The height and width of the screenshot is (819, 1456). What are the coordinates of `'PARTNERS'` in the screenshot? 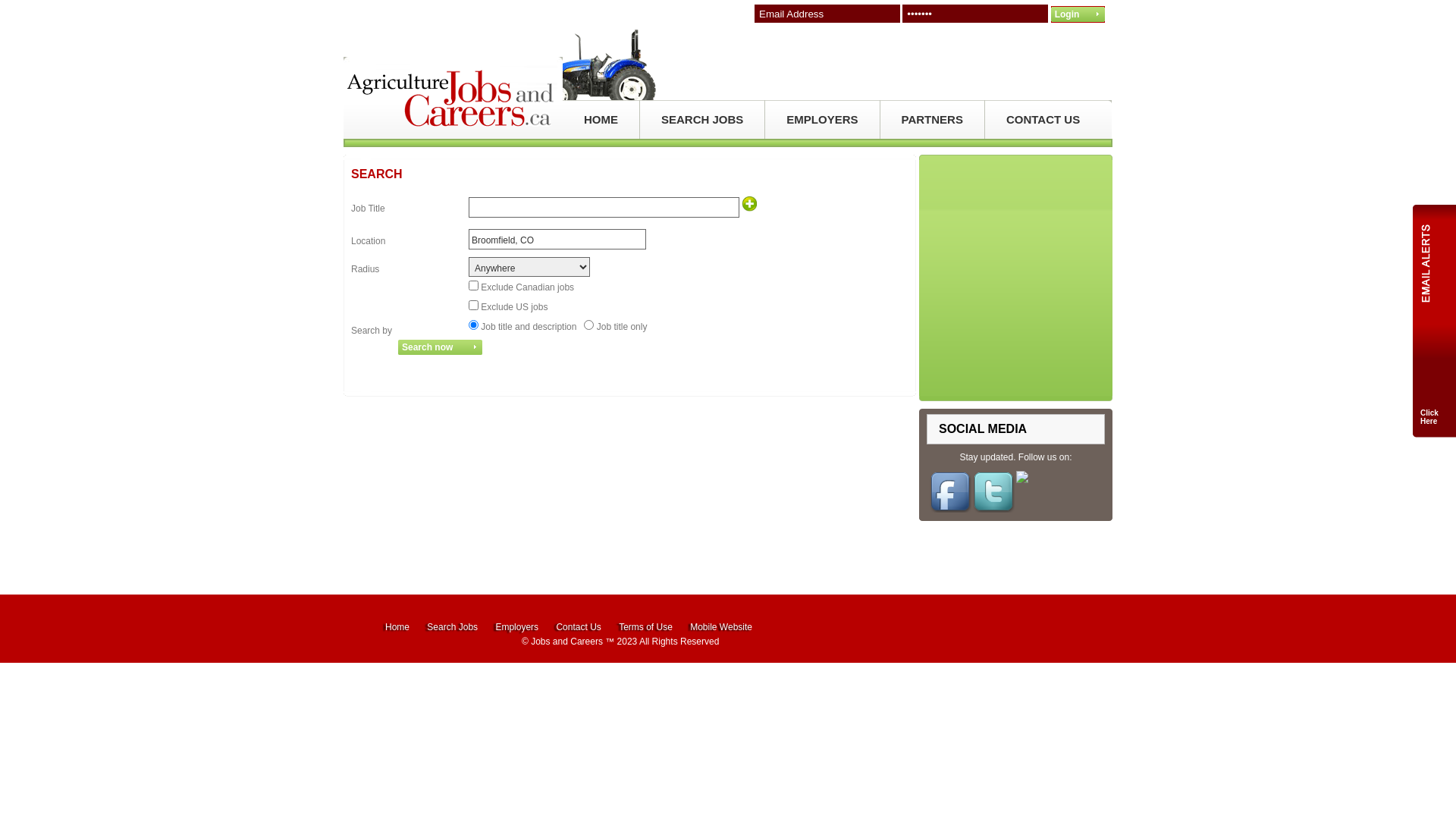 It's located at (931, 118).